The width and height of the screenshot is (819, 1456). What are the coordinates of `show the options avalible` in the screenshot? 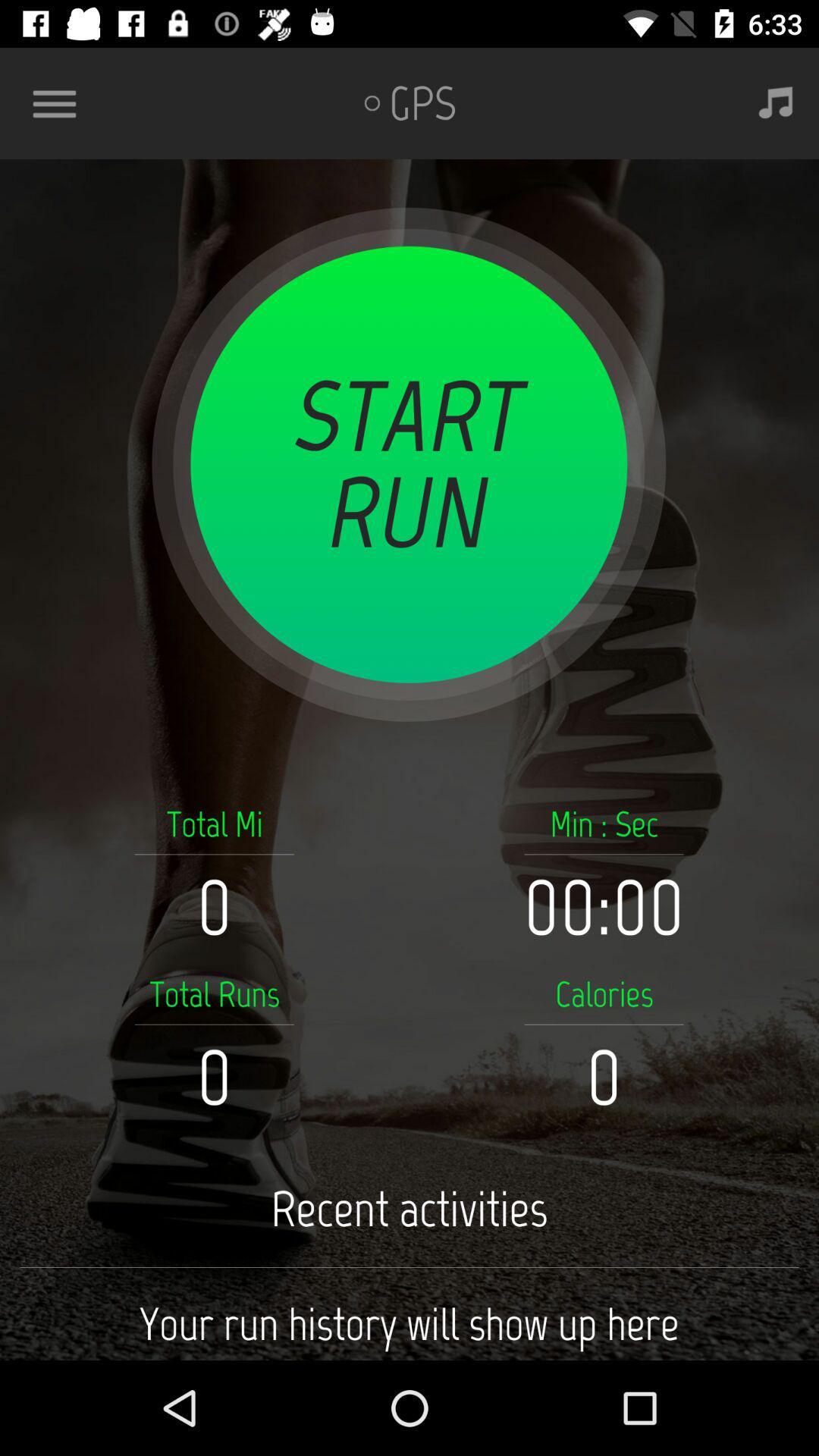 It's located at (60, 102).